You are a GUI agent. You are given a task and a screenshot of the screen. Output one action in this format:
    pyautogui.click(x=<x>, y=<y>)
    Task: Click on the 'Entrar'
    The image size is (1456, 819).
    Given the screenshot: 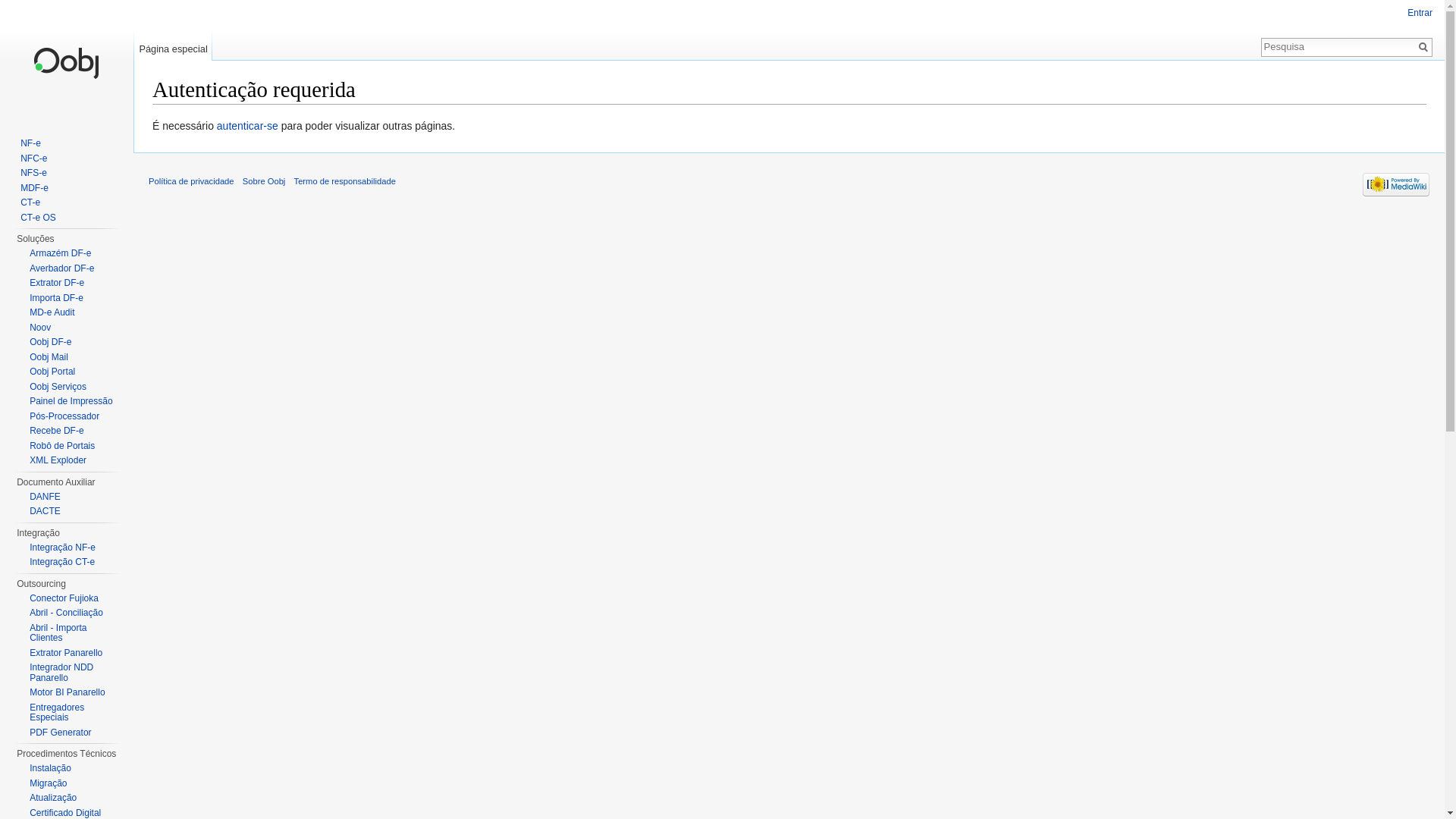 What is the action you would take?
    pyautogui.click(x=1419, y=12)
    